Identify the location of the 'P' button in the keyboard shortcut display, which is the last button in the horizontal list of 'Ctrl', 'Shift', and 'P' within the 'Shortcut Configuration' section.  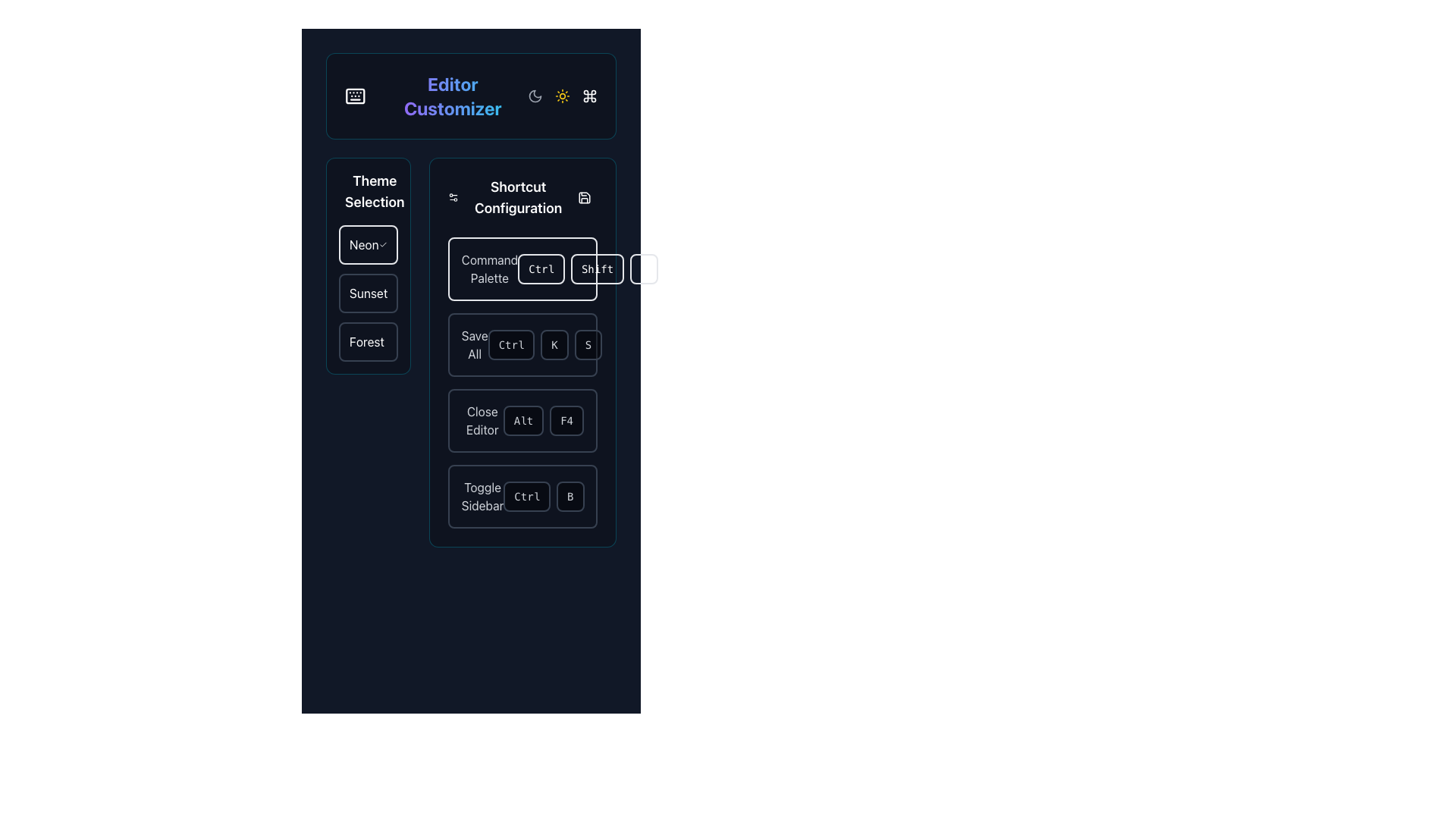
(644, 268).